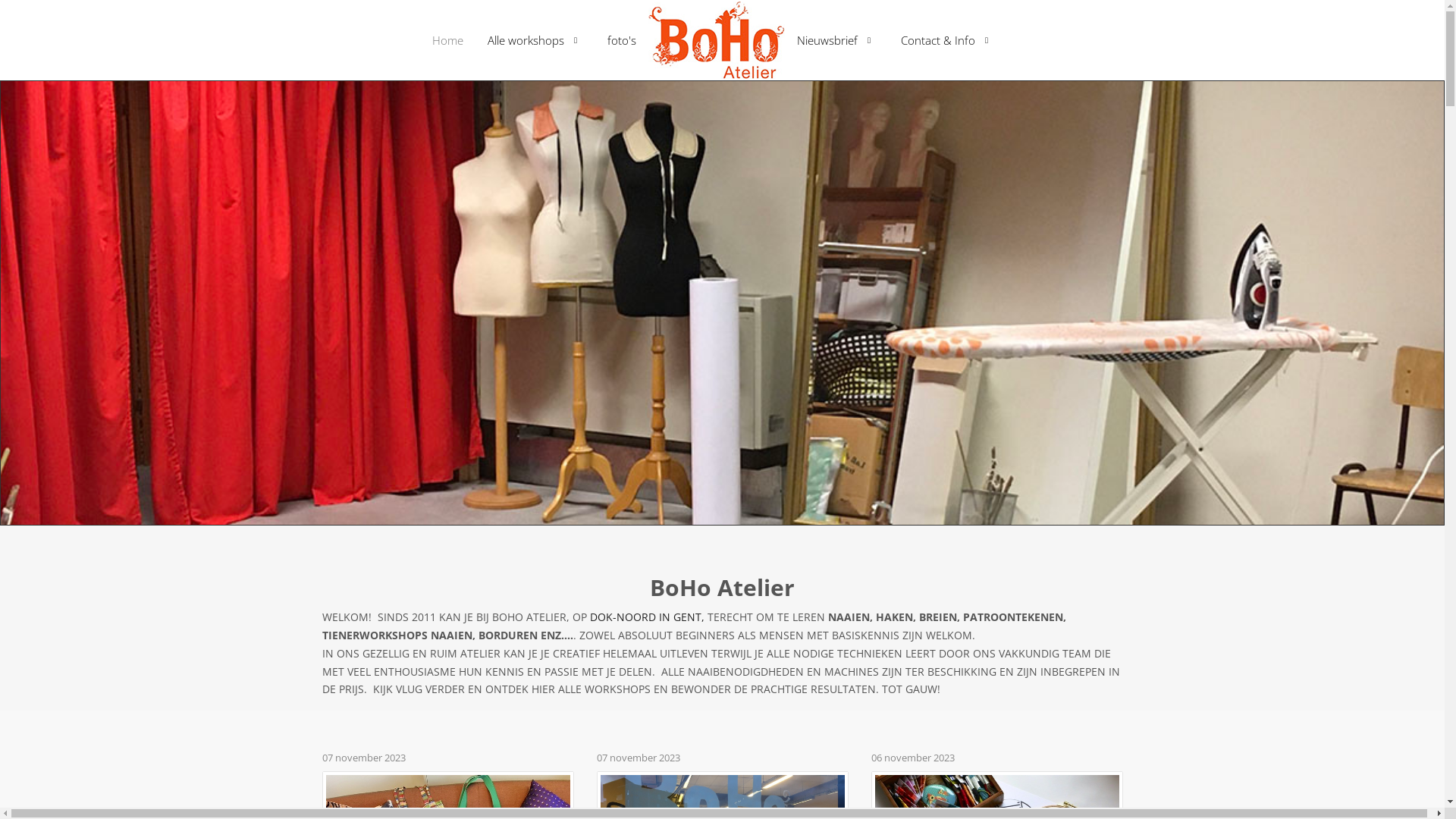 The image size is (1456, 819). I want to click on 'Home', so click(419, 39).